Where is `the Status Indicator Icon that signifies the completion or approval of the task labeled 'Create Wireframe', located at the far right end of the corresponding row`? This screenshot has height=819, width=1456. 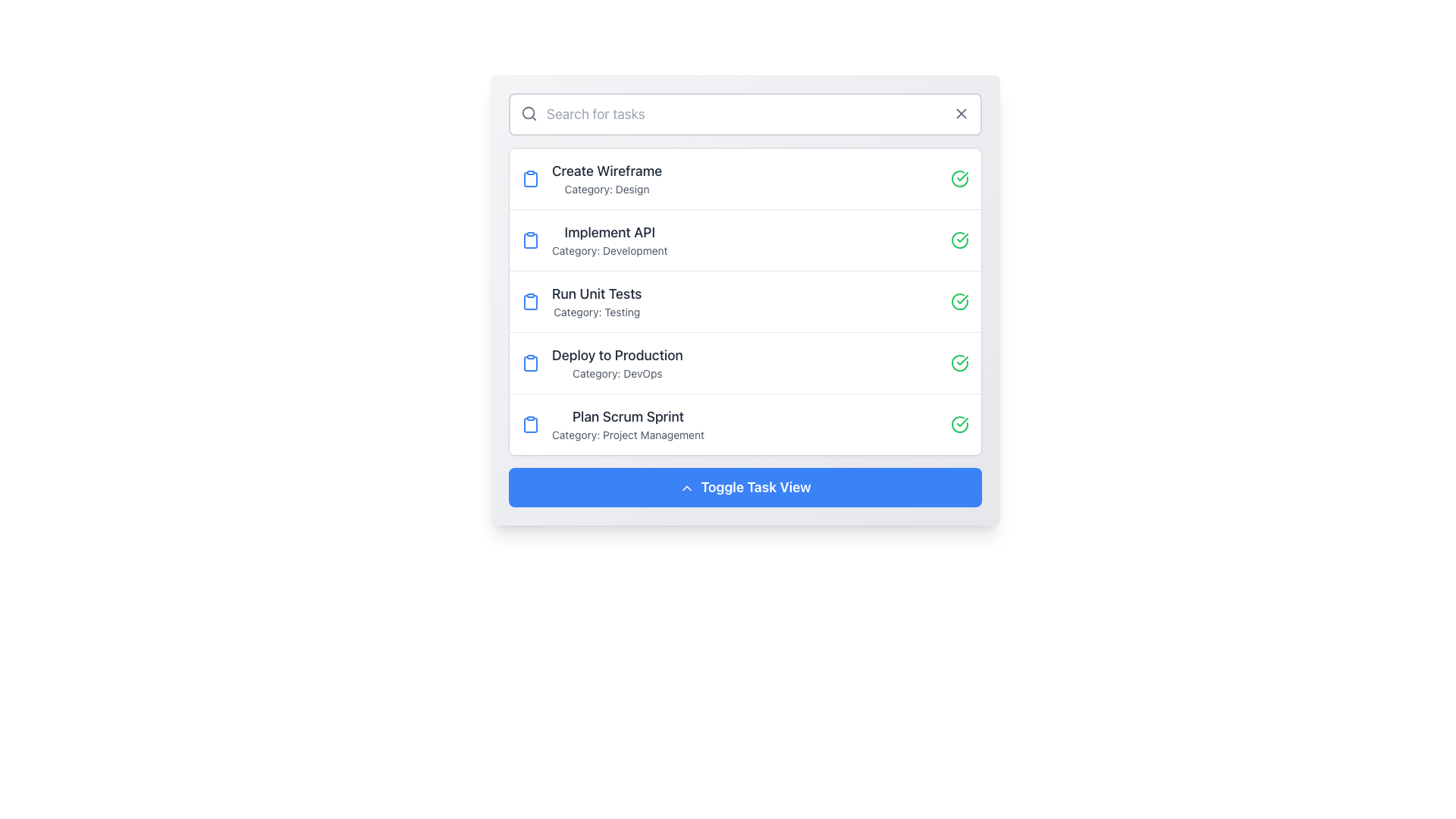
the Status Indicator Icon that signifies the completion or approval of the task labeled 'Create Wireframe', located at the far right end of the corresponding row is located at coordinates (959, 177).